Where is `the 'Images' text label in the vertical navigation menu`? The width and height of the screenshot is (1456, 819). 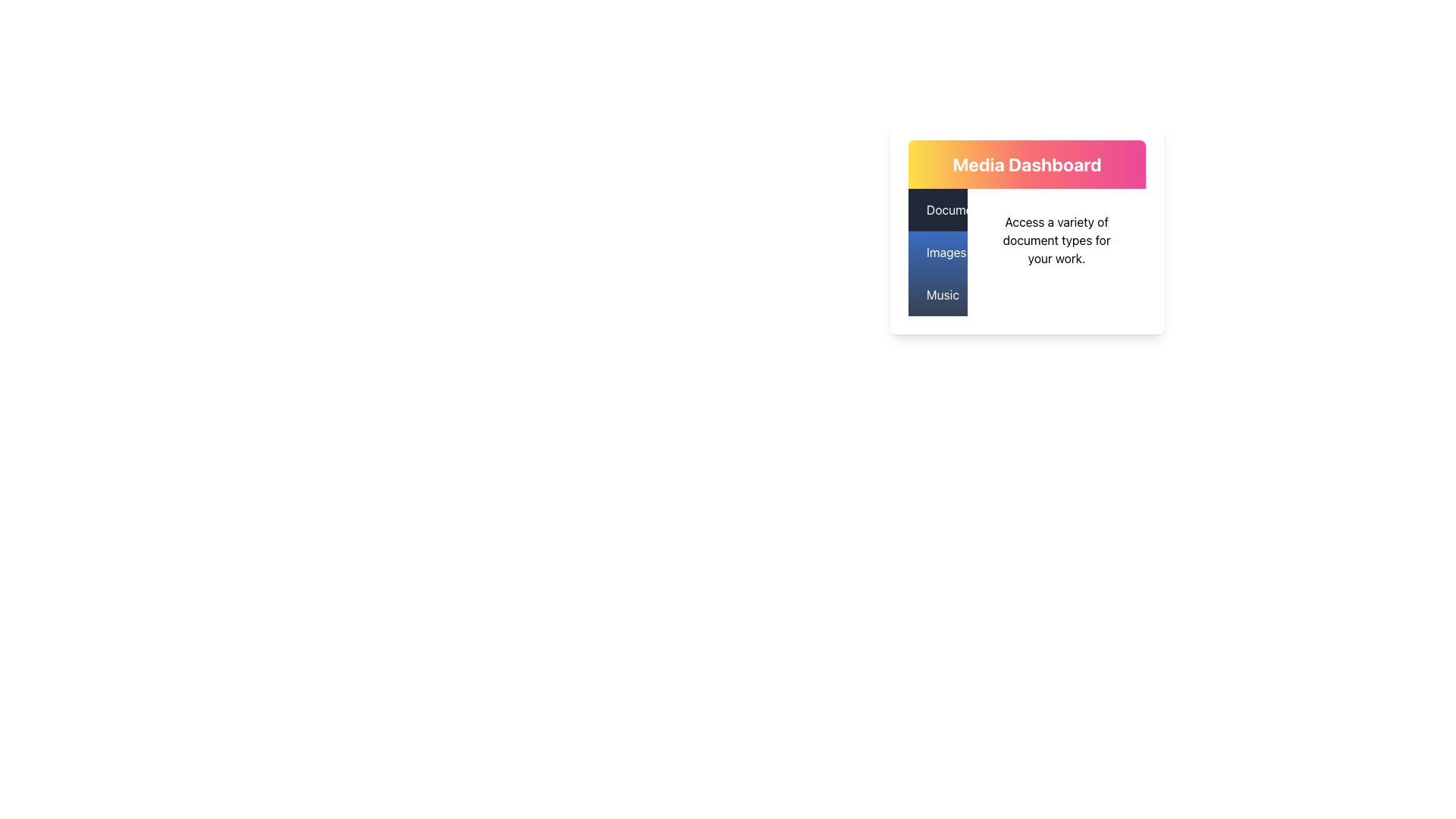
the 'Images' text label in the vertical navigation menu is located at coordinates (937, 251).